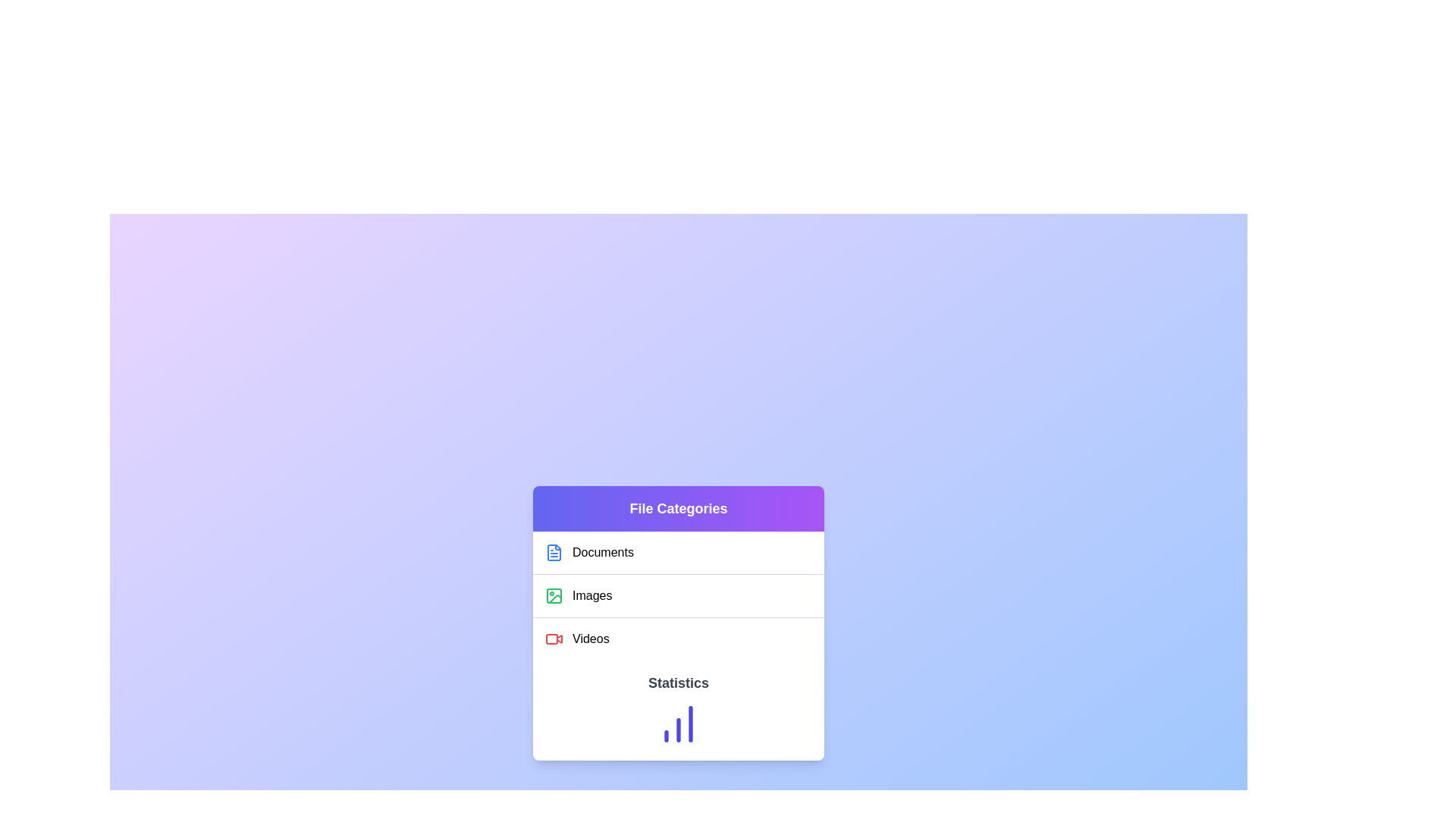  Describe the element at coordinates (677, 509) in the screenshot. I see `the 'File Categories' button to toggle the menu visibility` at that location.